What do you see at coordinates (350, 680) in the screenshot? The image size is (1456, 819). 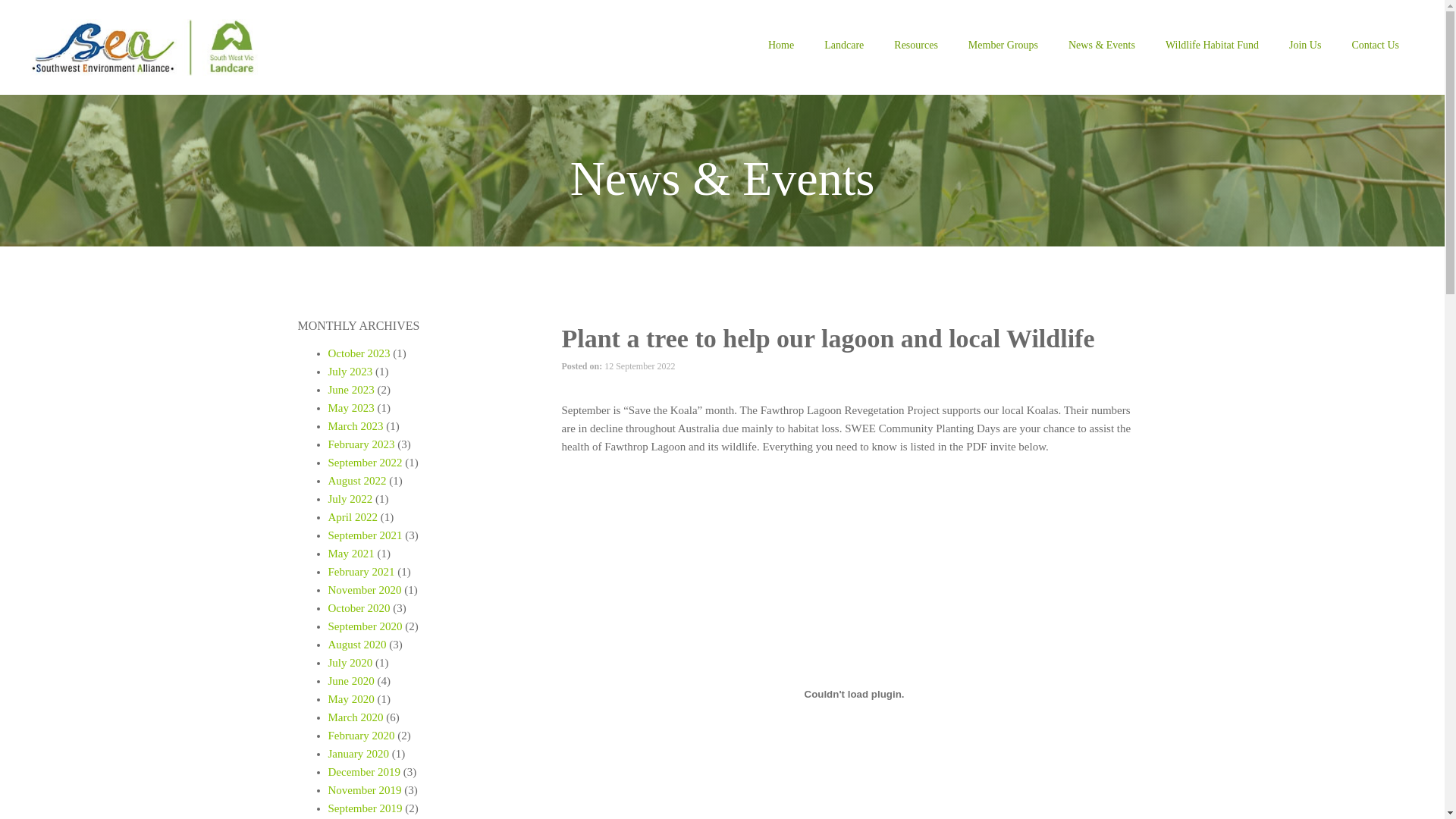 I see `'June 2020'` at bounding box center [350, 680].